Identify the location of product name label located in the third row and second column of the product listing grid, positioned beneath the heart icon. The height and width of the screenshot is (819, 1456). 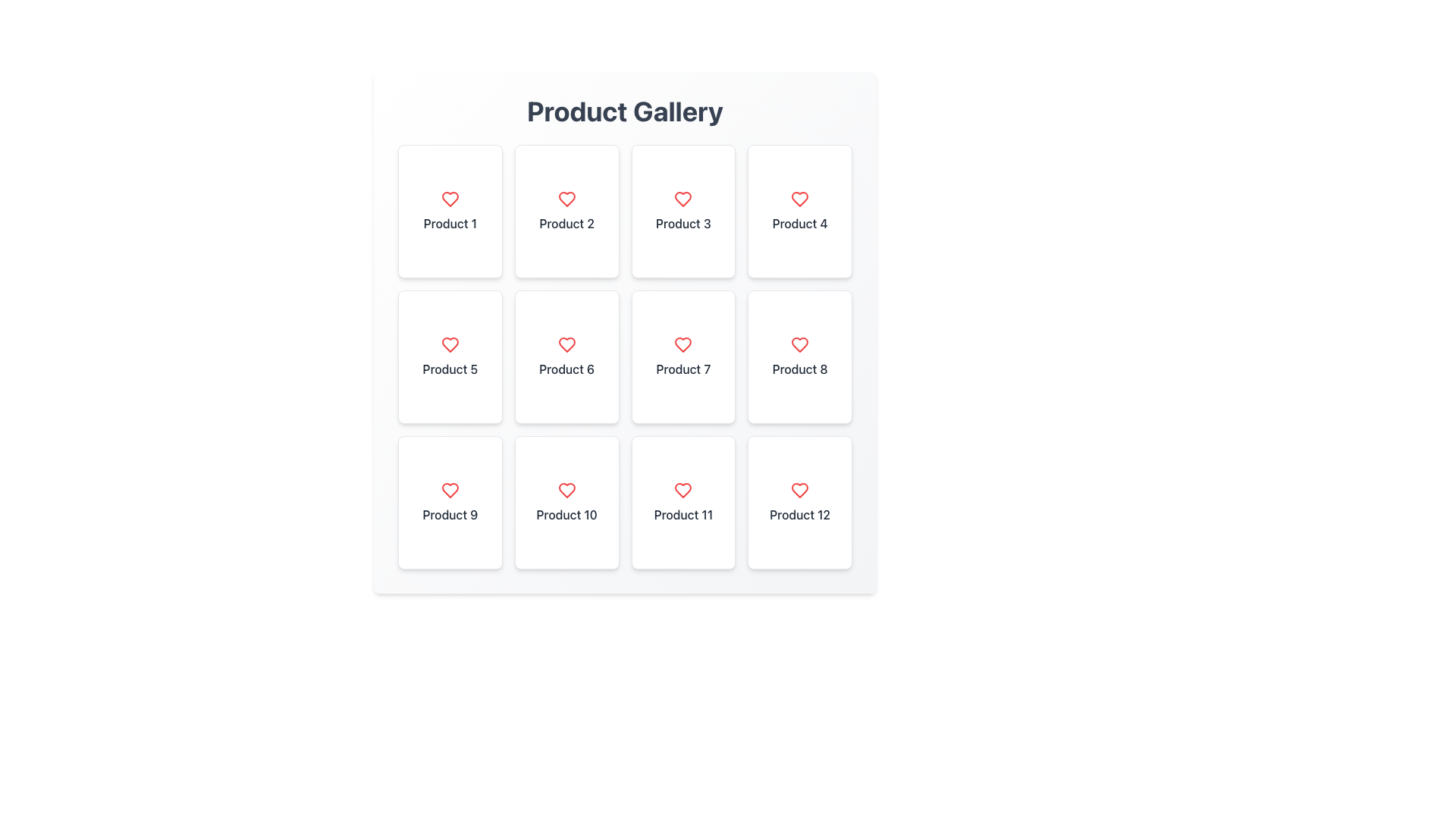
(566, 513).